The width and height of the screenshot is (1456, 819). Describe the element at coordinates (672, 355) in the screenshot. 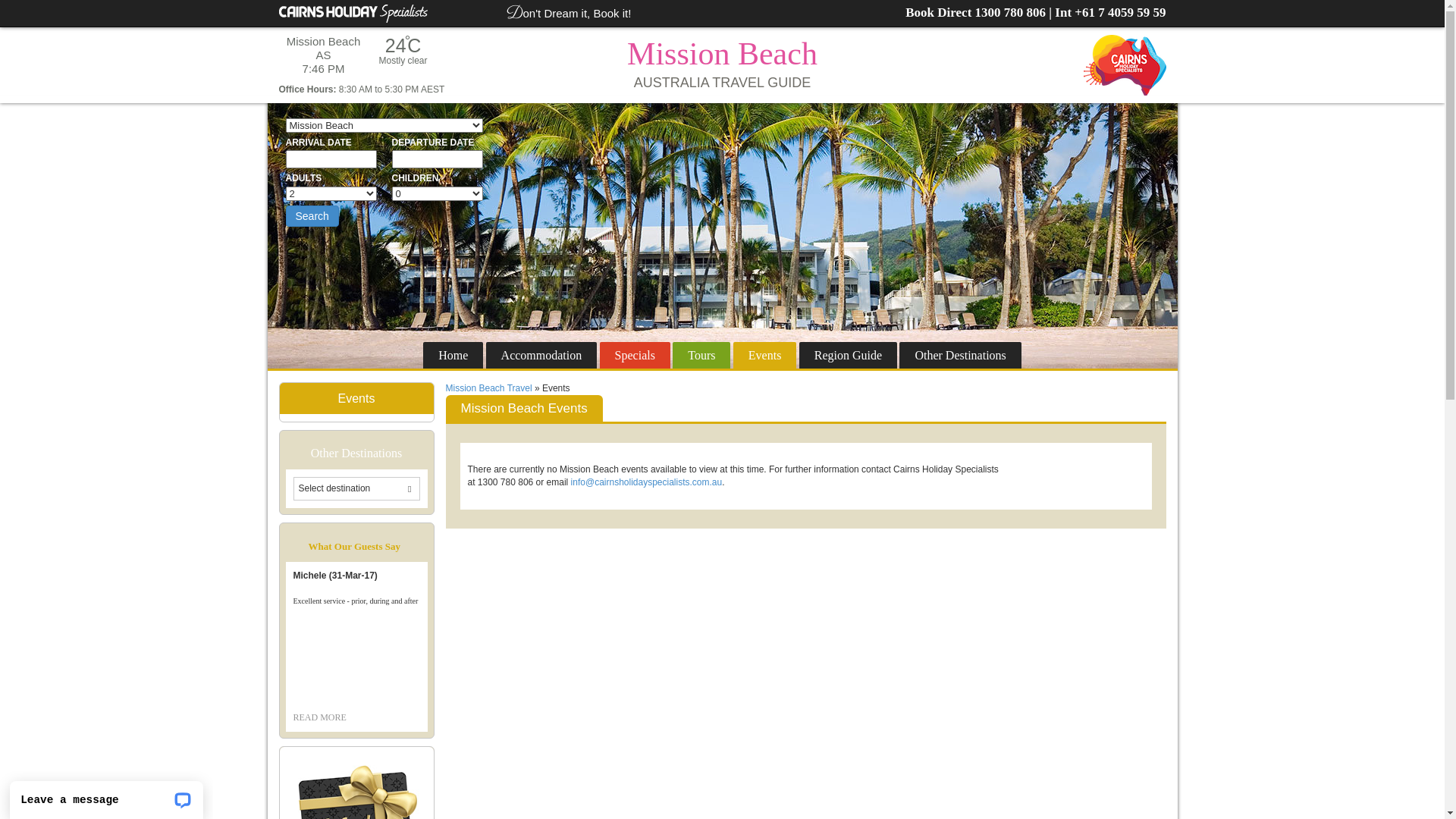

I see `'Tours'` at that location.